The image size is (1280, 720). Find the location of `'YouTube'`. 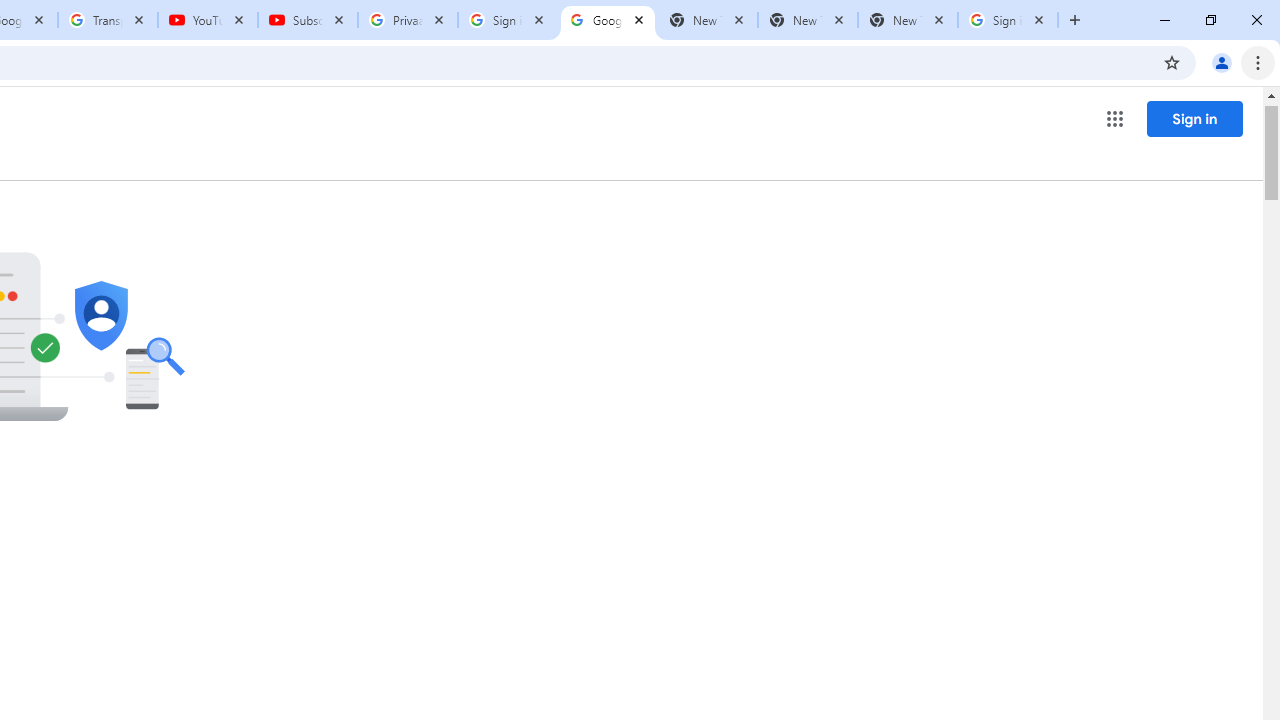

'YouTube' is located at coordinates (208, 20).